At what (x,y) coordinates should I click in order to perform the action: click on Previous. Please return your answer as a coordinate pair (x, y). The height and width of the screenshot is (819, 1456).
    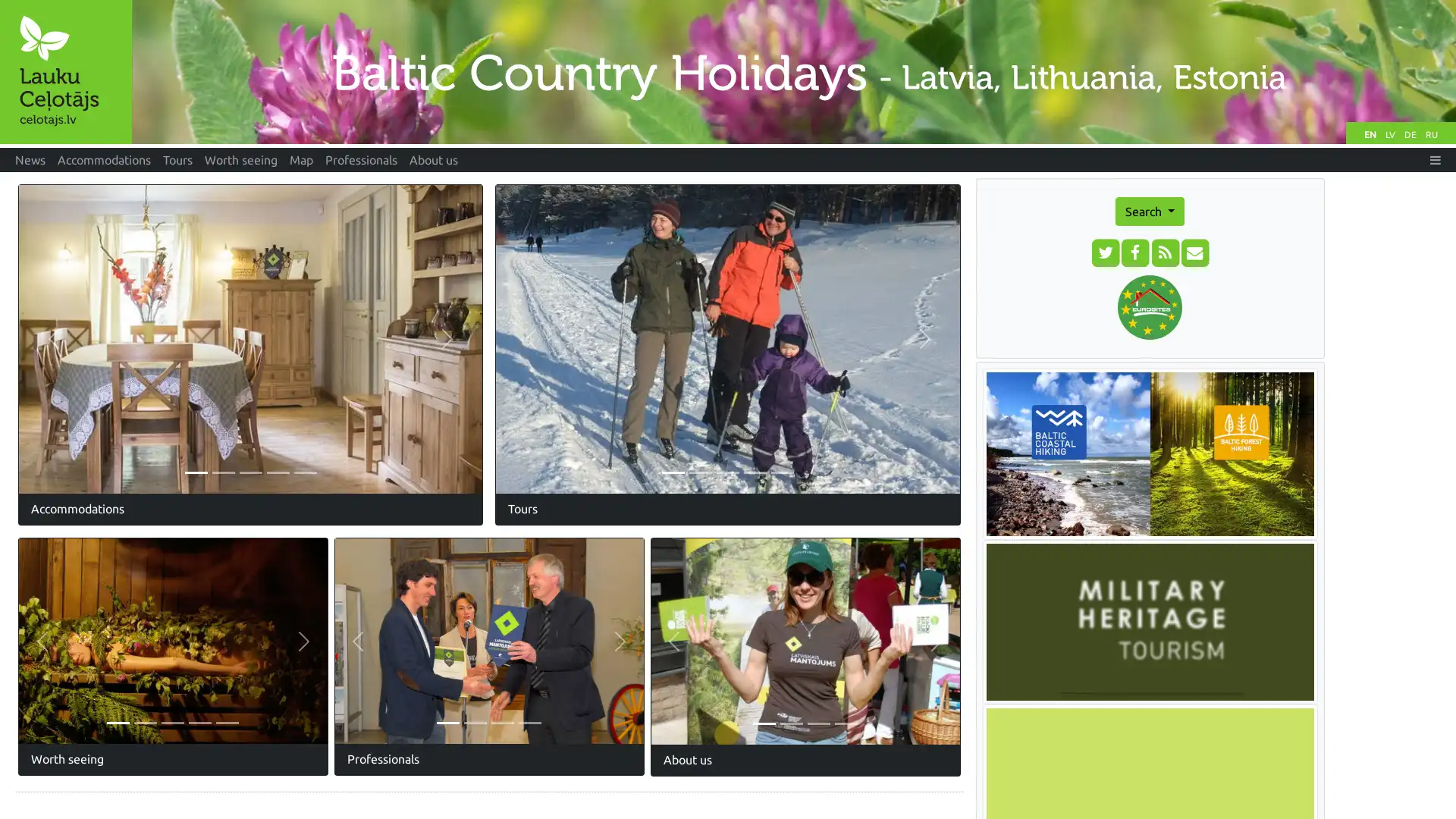
    Looking at the image, I should click on (531, 338).